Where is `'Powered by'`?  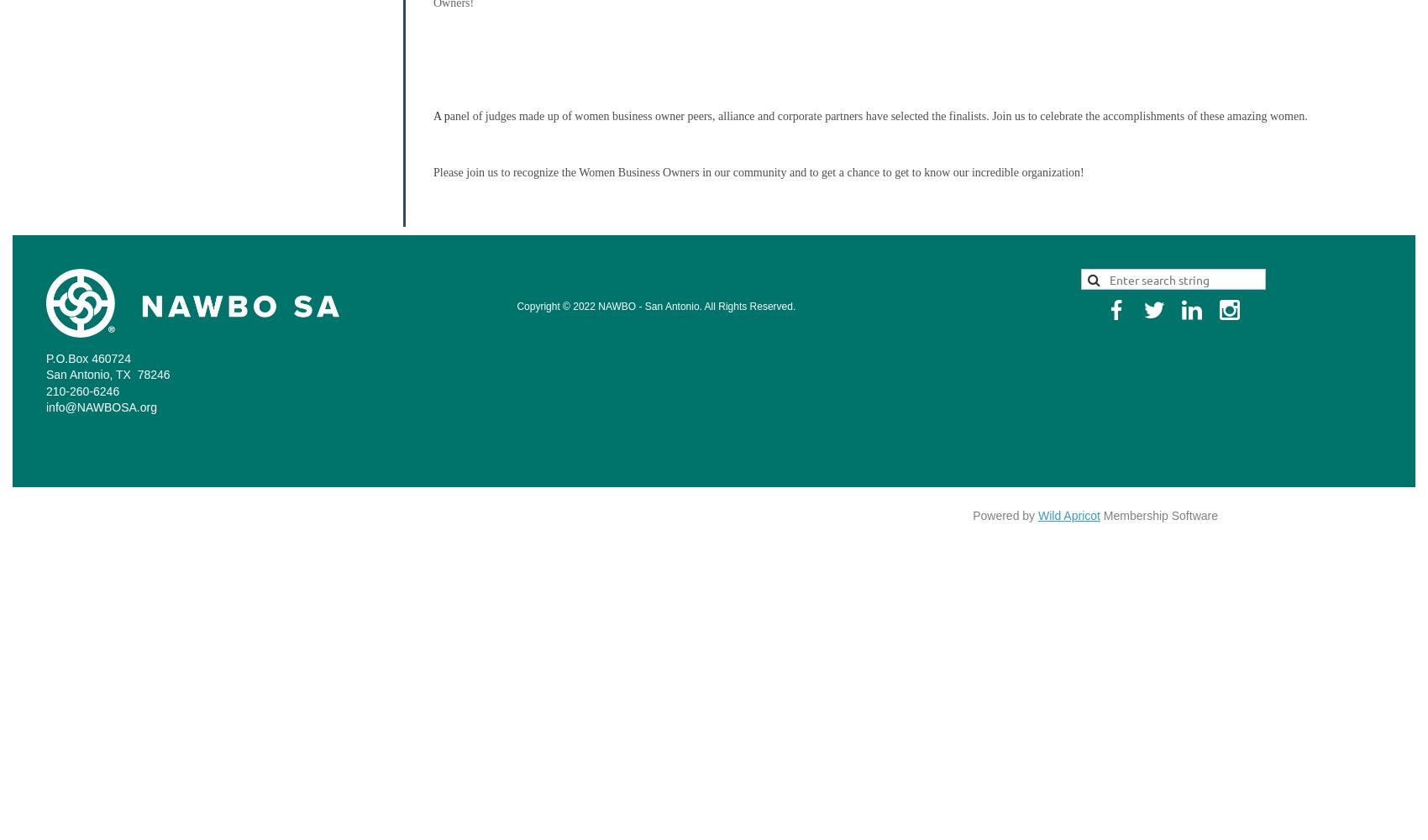 'Powered by' is located at coordinates (1004, 514).